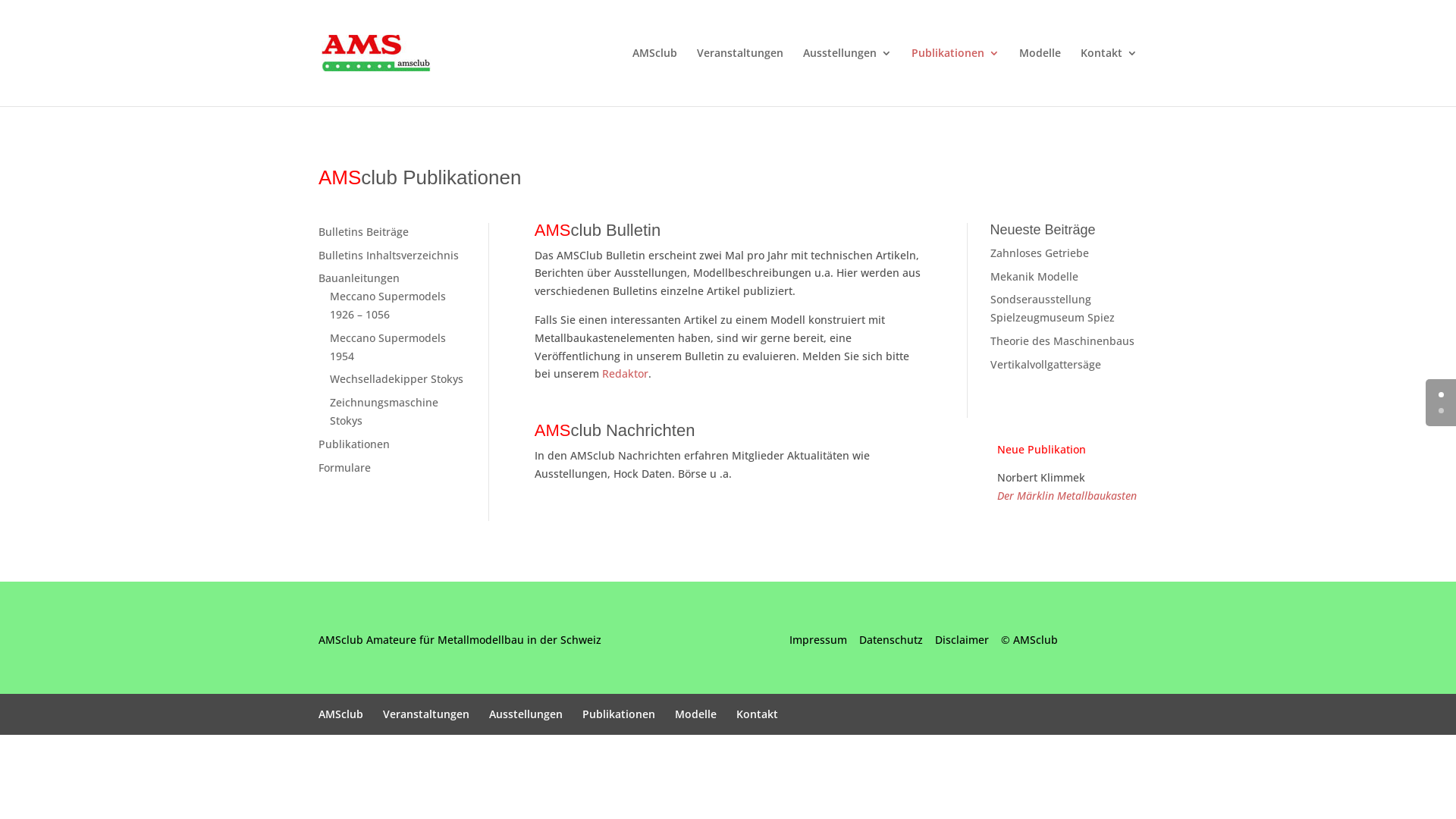  I want to click on 'Formulare', so click(344, 466).